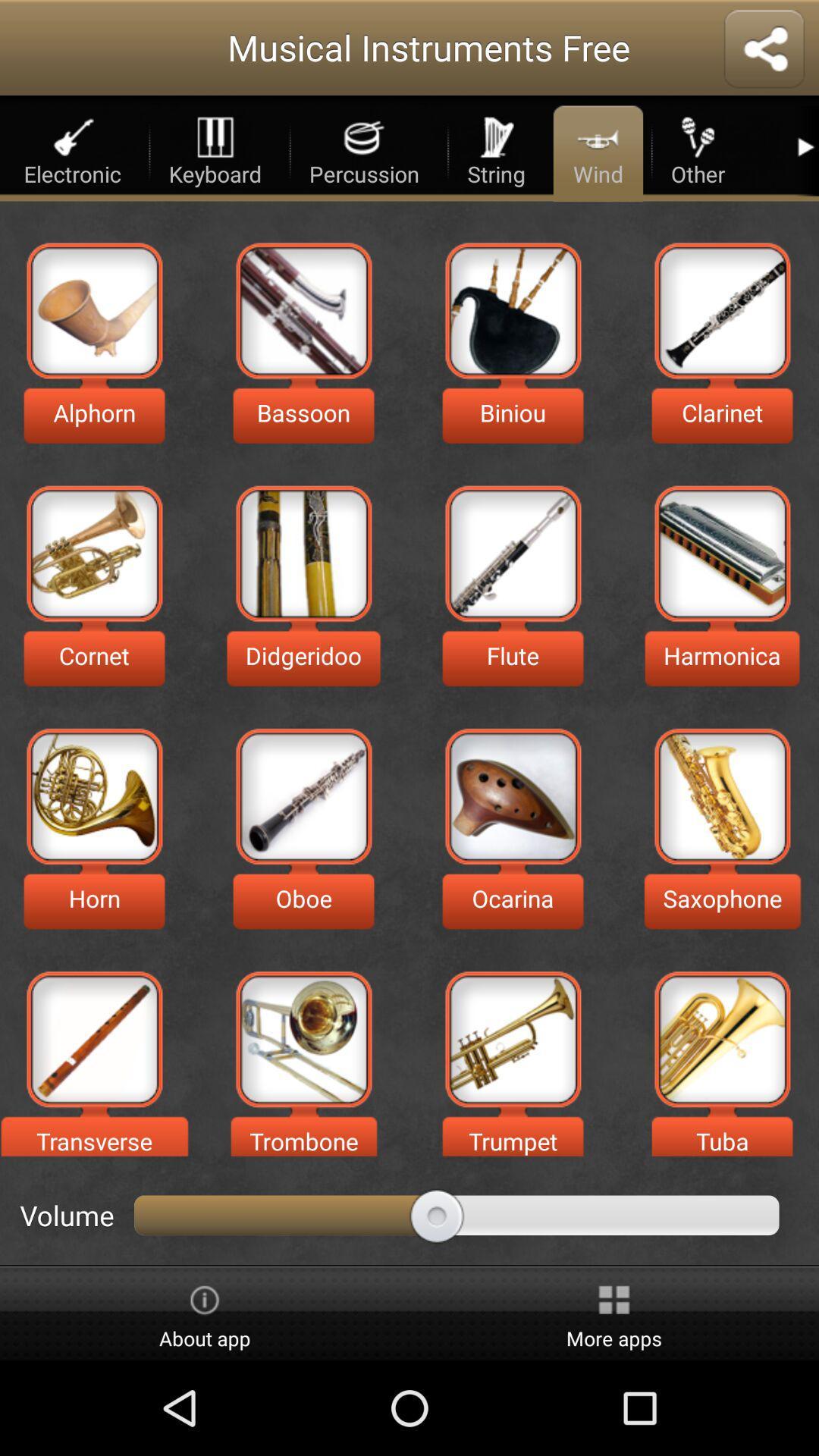  Describe the element at coordinates (721, 309) in the screenshot. I see `clarinet` at that location.